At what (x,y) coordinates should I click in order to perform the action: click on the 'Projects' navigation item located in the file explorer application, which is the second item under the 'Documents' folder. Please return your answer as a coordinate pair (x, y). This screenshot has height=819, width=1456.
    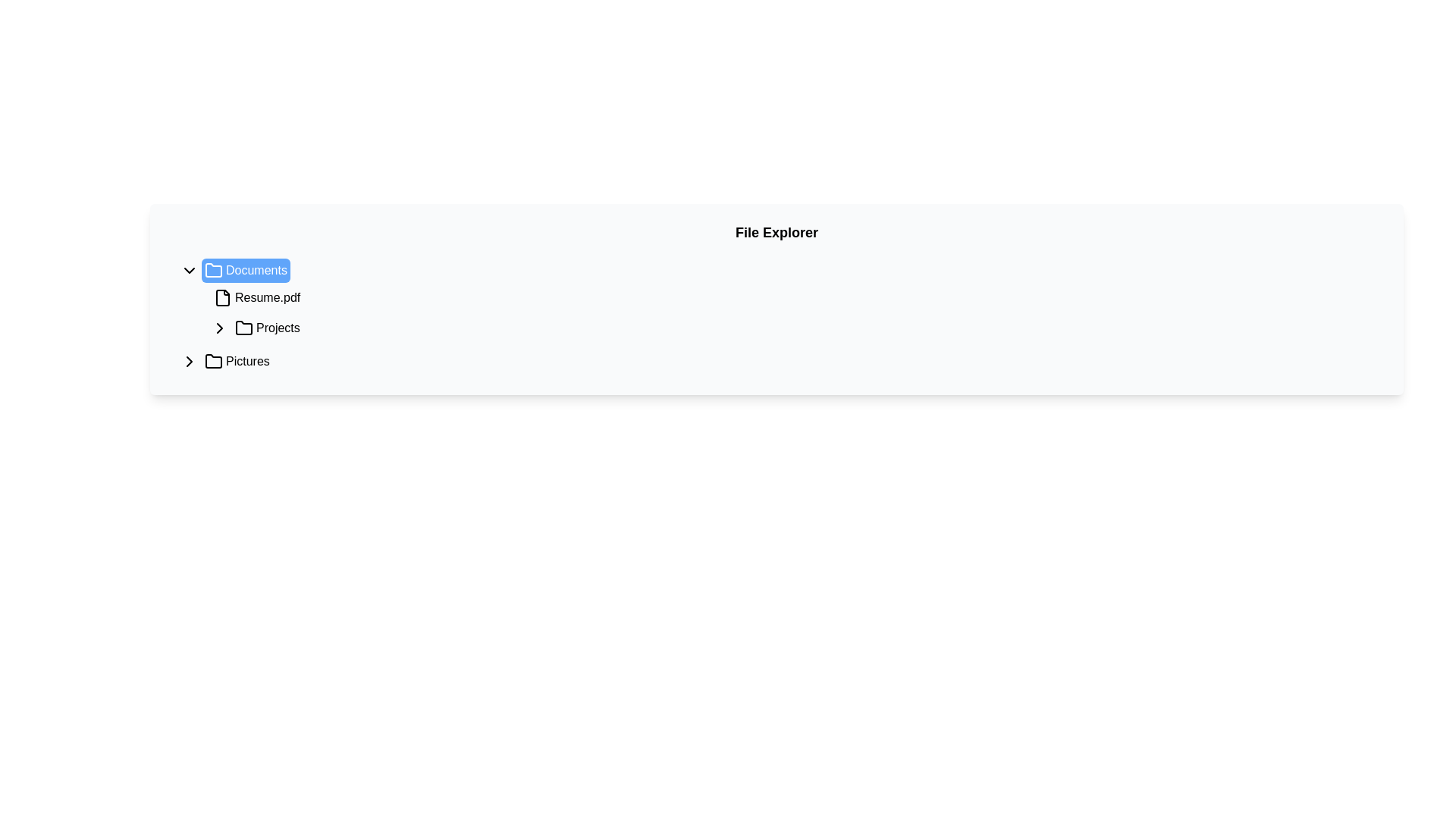
    Looking at the image, I should click on (267, 327).